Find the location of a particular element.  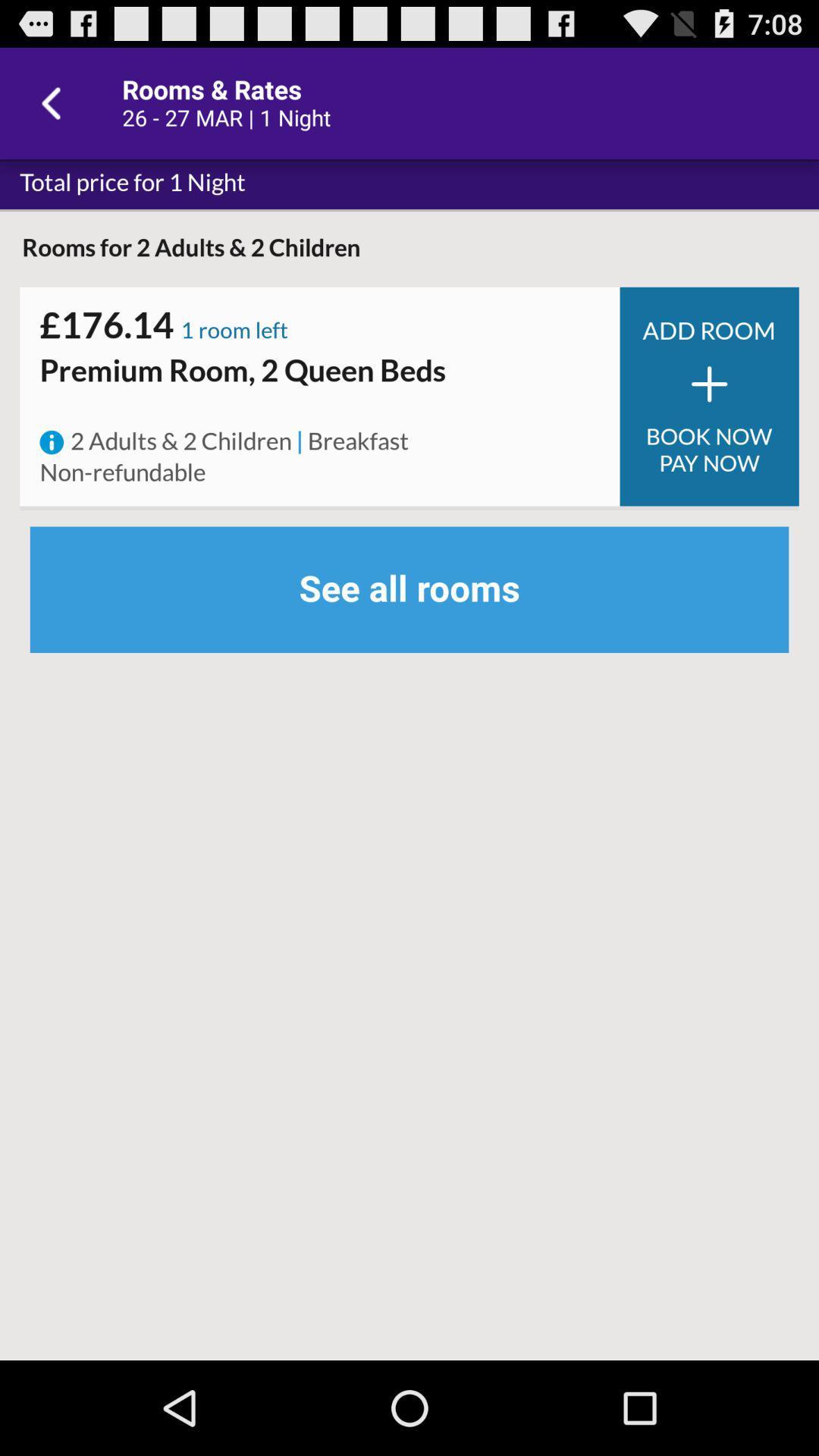

the item above non-refundable item is located at coordinates (51, 441).